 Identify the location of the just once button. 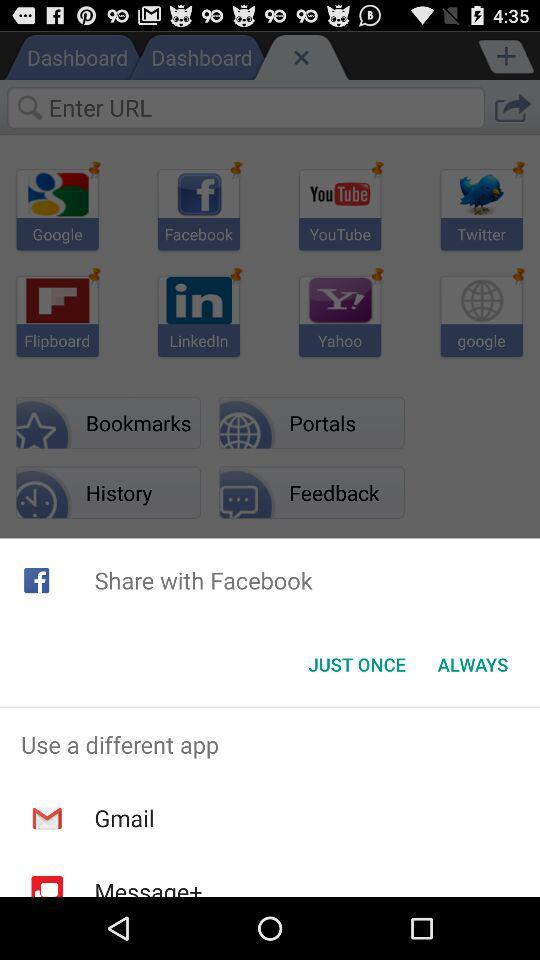
(356, 664).